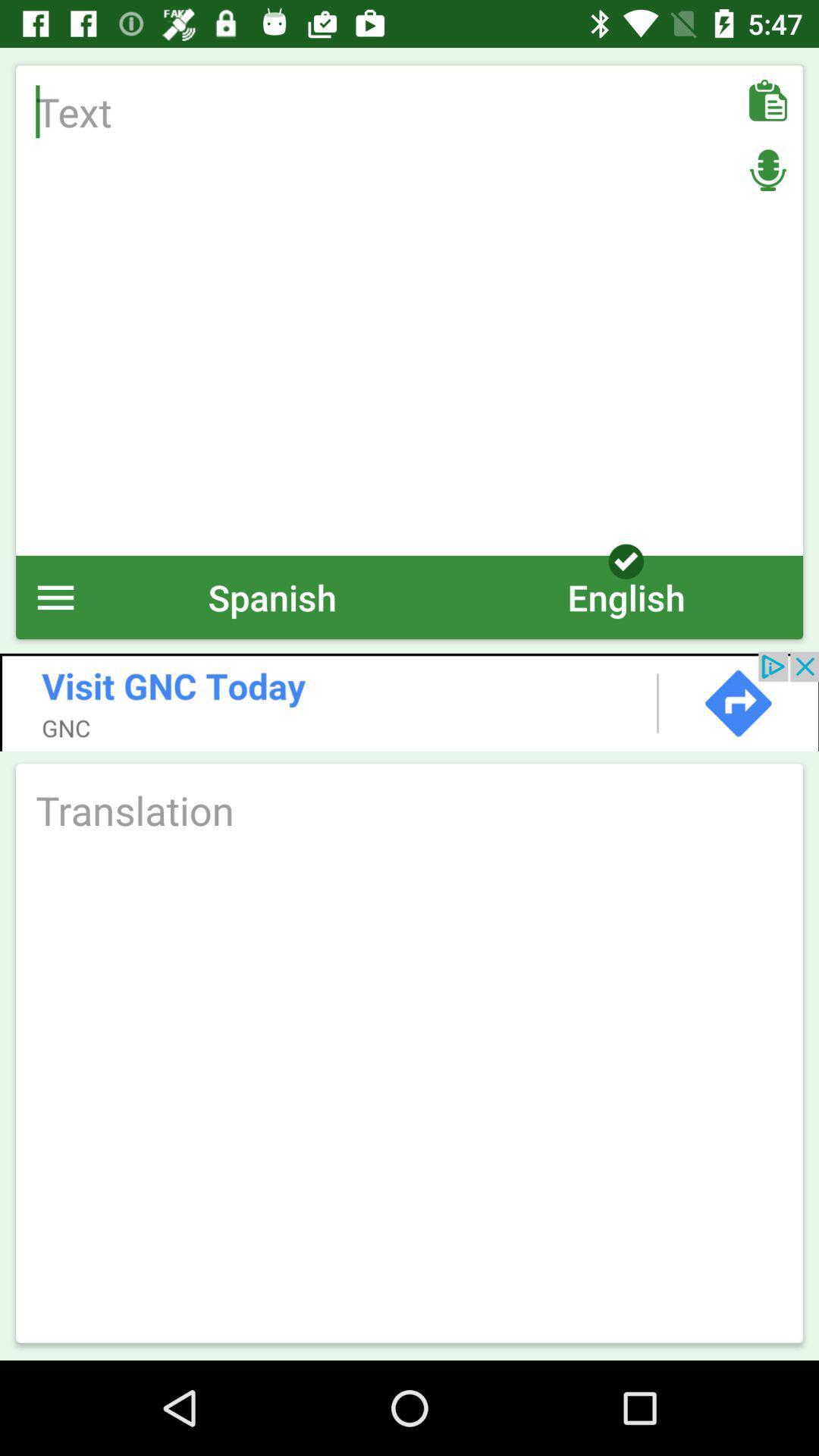 Image resolution: width=819 pixels, height=1456 pixels. What do you see at coordinates (55, 596) in the screenshot?
I see `menu` at bounding box center [55, 596].